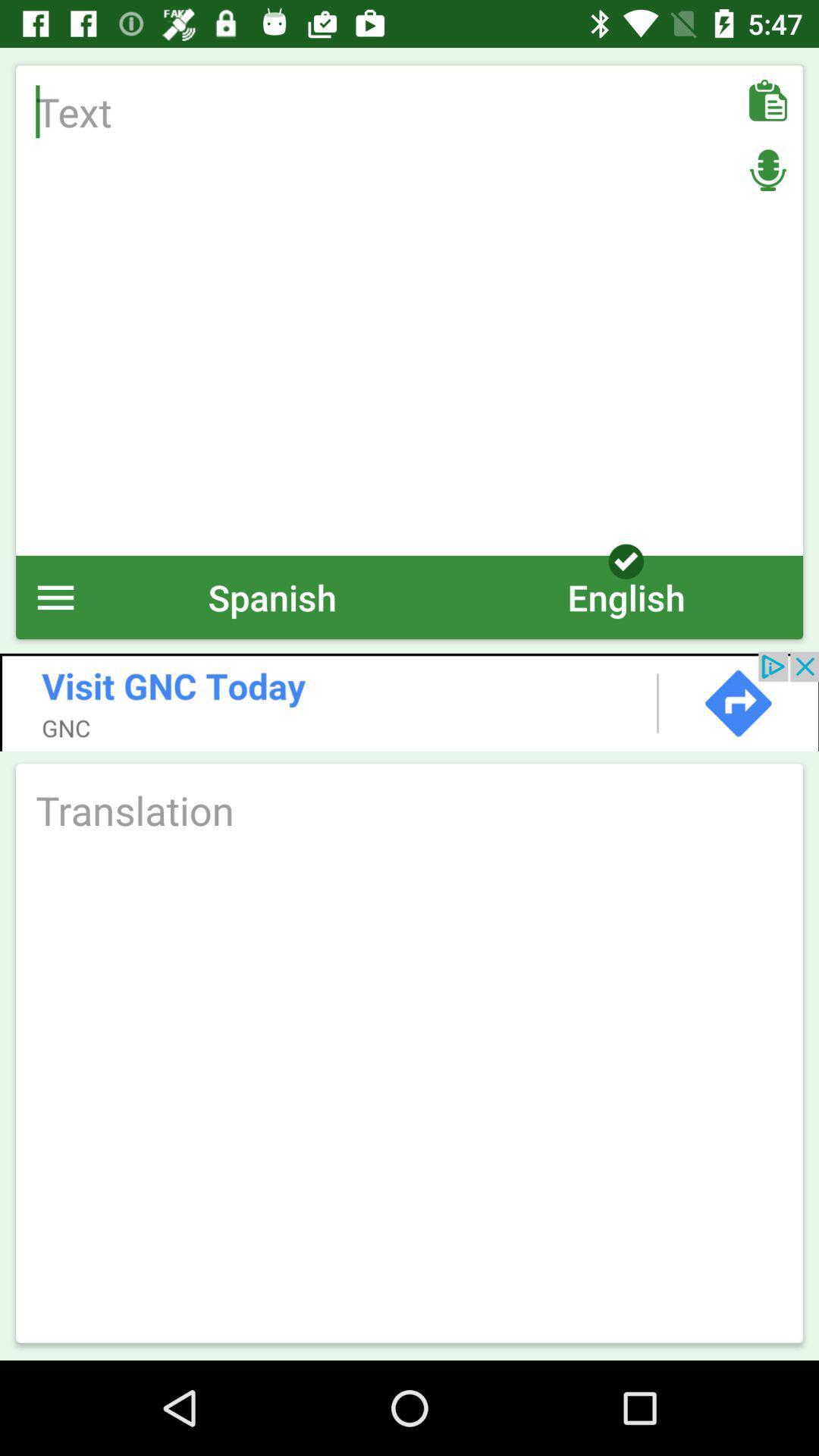 Image resolution: width=819 pixels, height=1456 pixels. What do you see at coordinates (55, 596) in the screenshot?
I see `menu` at bounding box center [55, 596].